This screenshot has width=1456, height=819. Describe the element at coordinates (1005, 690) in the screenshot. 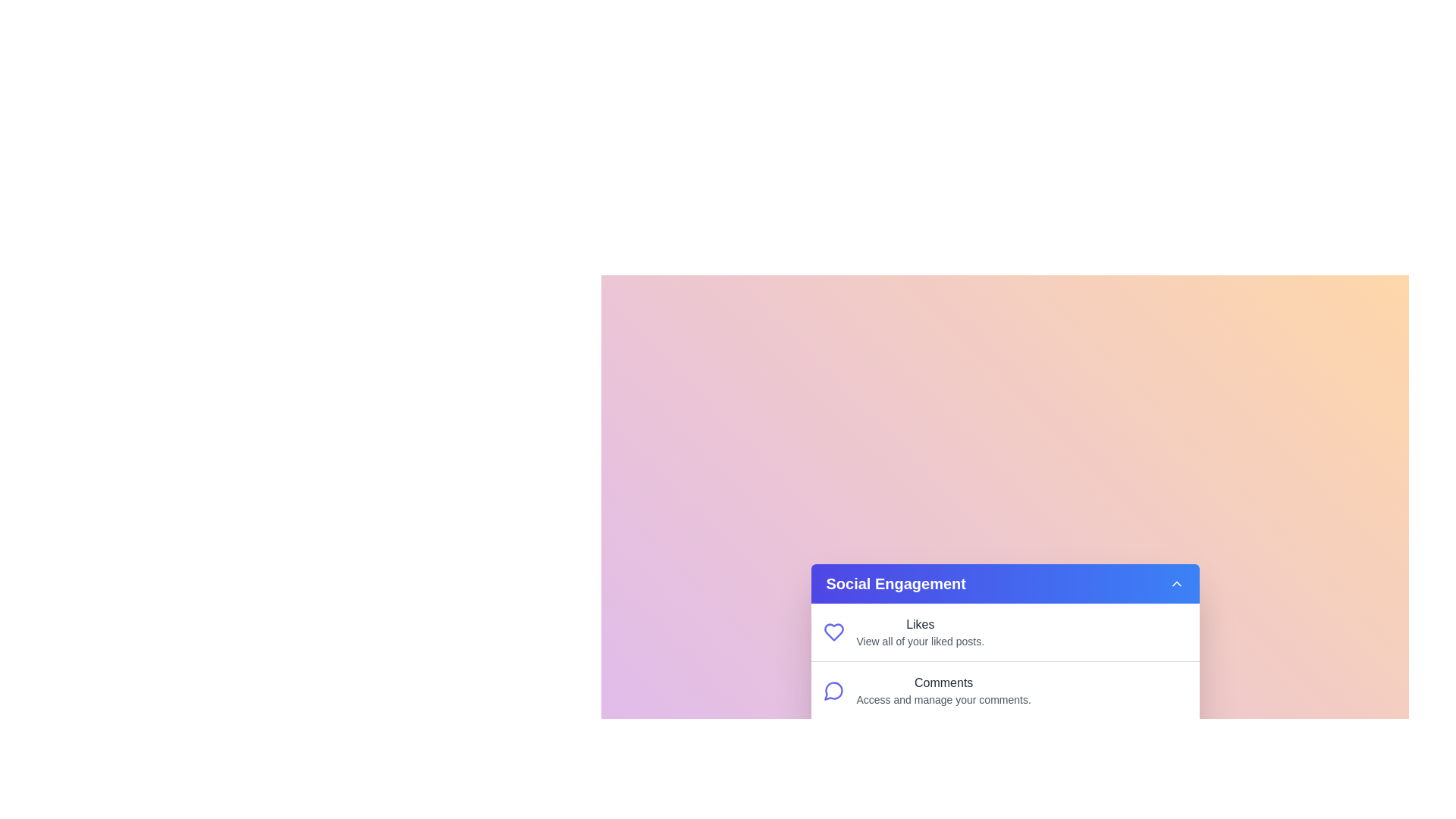

I see `the menu item Comments to highlight it` at that location.